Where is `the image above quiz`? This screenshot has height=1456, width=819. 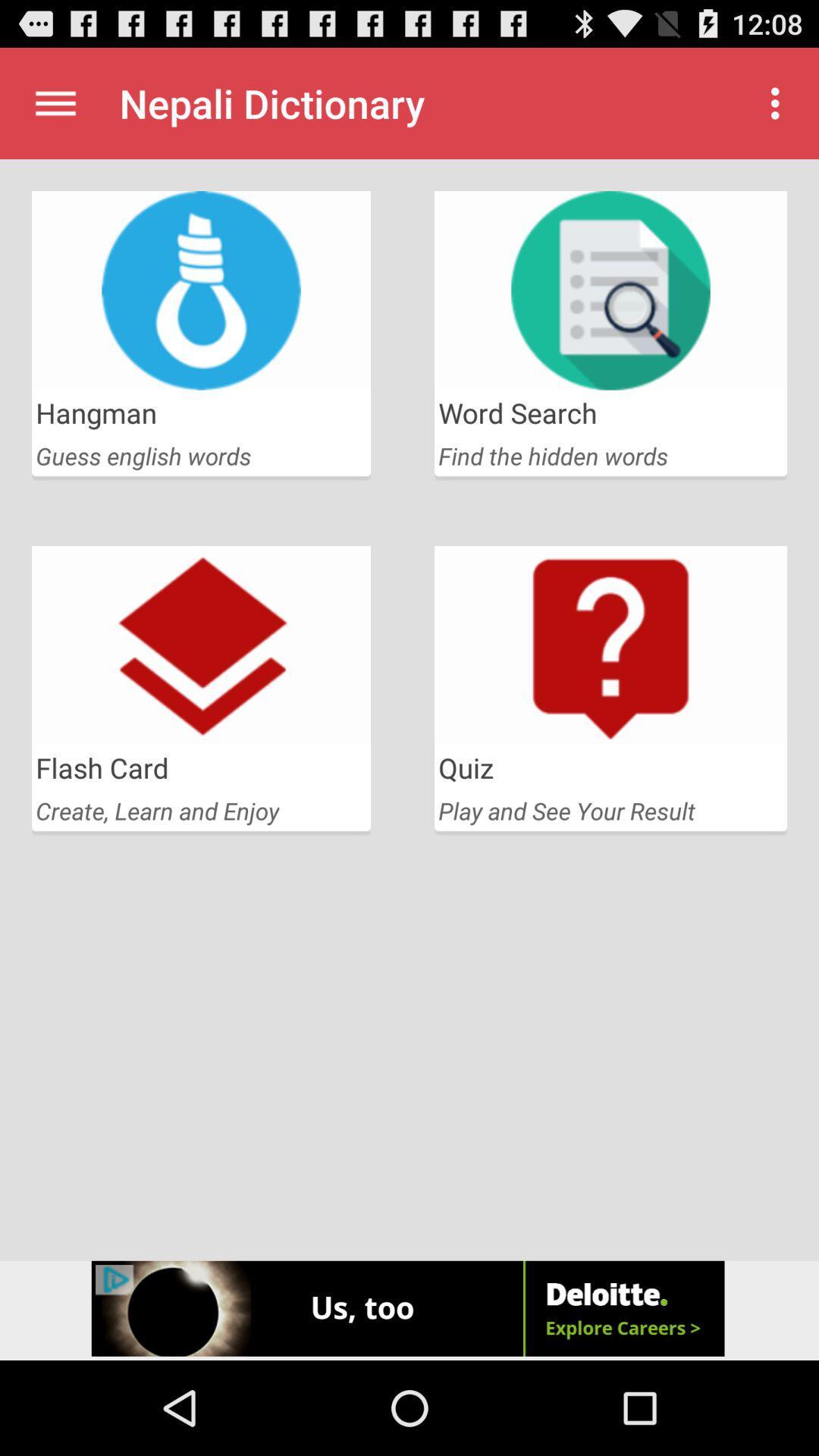
the image above quiz is located at coordinates (610, 645).